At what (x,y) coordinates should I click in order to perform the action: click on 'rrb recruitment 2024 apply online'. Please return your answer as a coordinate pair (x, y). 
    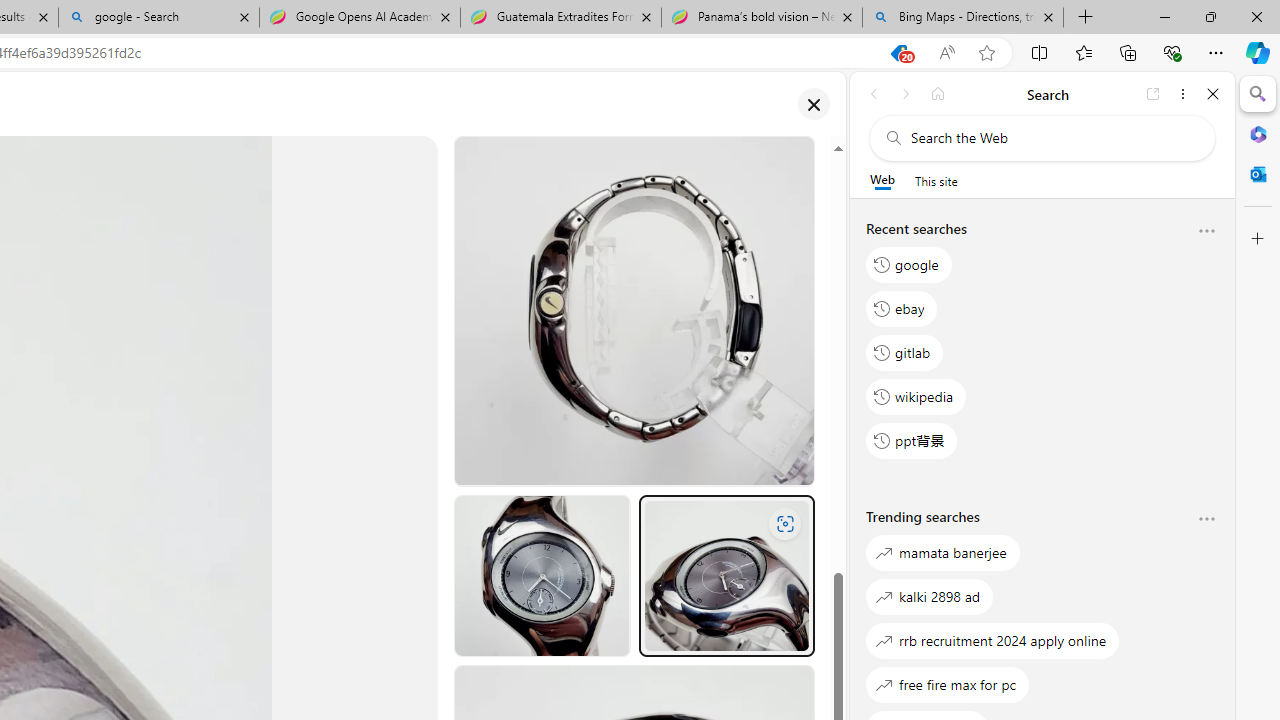
    Looking at the image, I should click on (993, 640).